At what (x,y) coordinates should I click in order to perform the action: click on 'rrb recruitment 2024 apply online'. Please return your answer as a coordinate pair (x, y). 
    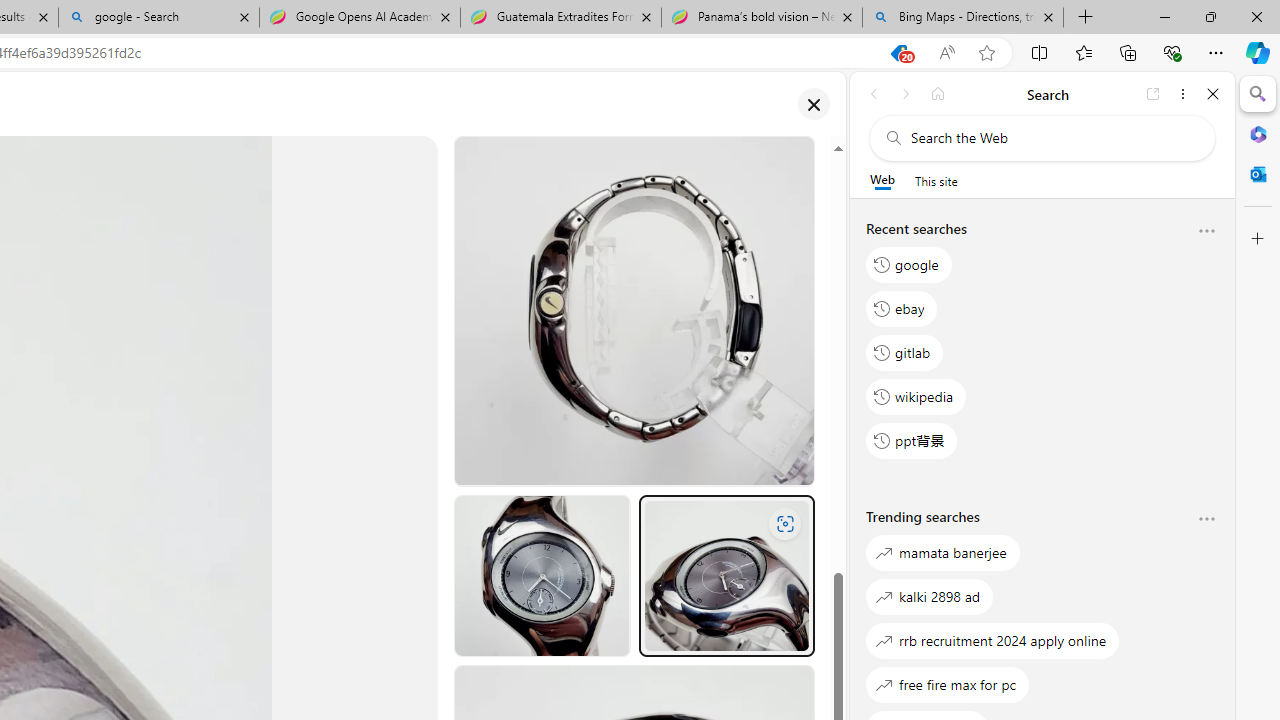
    Looking at the image, I should click on (993, 640).